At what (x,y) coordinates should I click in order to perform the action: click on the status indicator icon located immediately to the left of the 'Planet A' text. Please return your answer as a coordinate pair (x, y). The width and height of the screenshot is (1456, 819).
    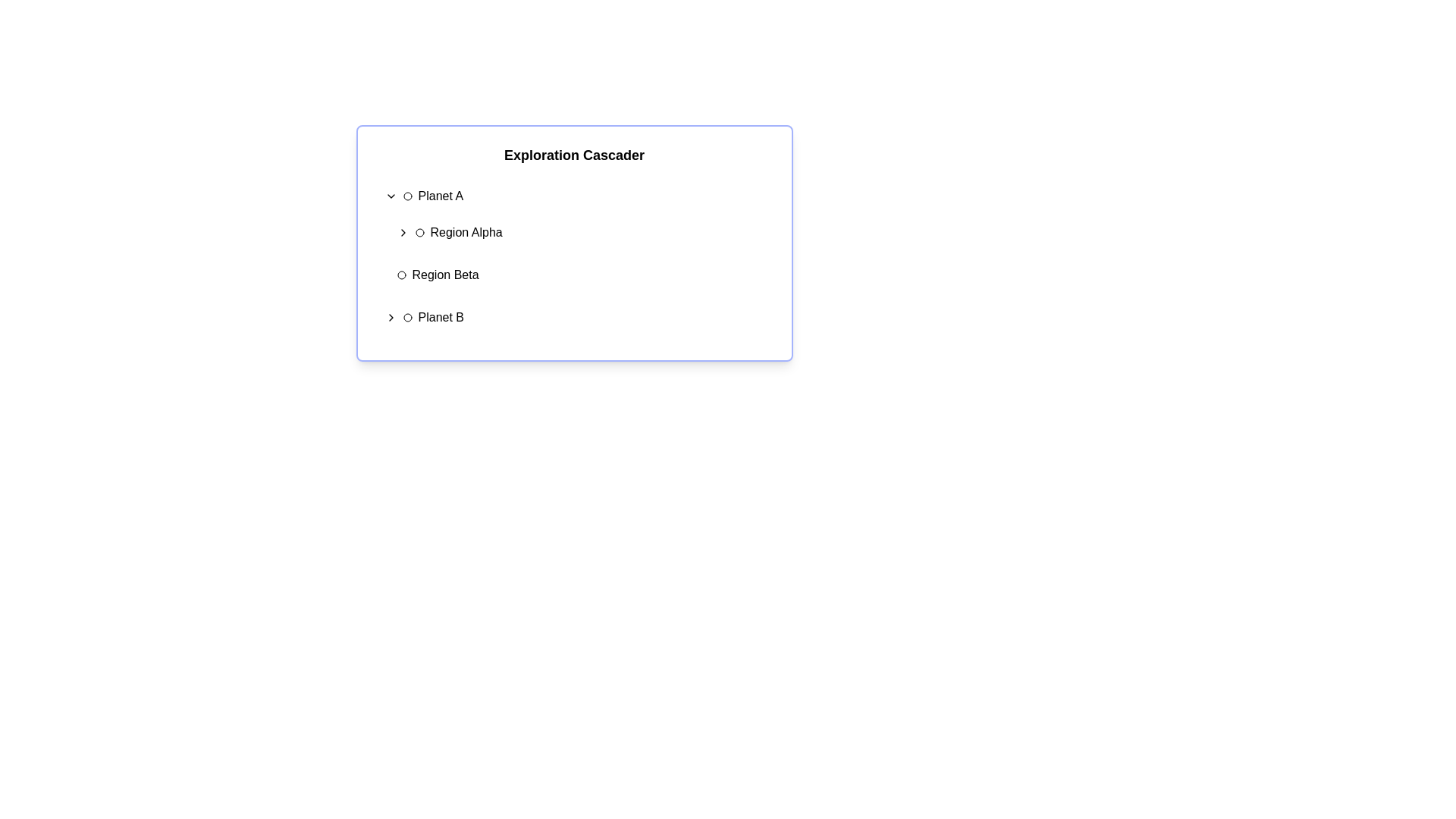
    Looking at the image, I should click on (407, 195).